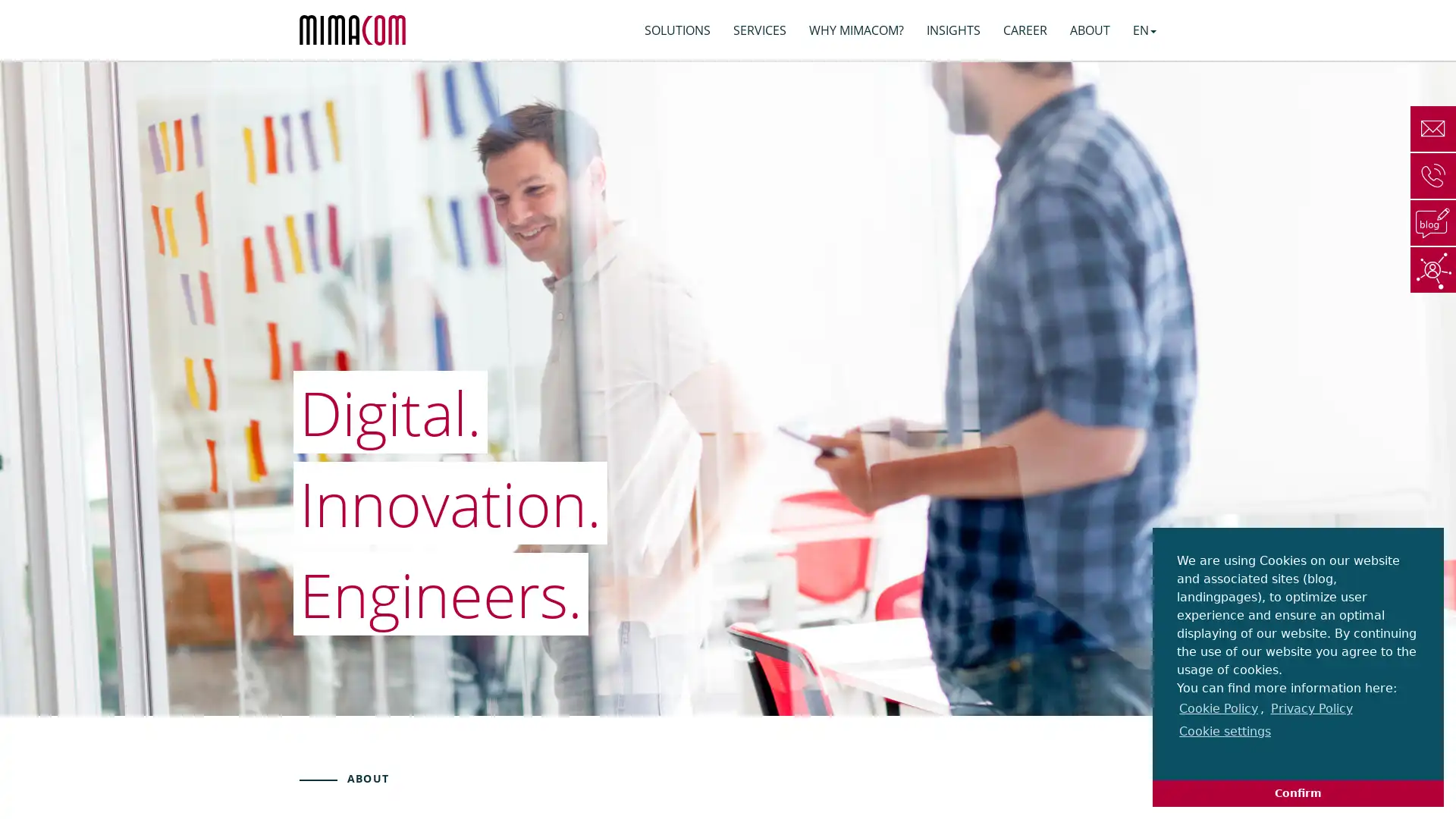 This screenshot has width=1456, height=819. Describe the element at coordinates (1178, 754) in the screenshot. I see `learn more about cookies` at that location.